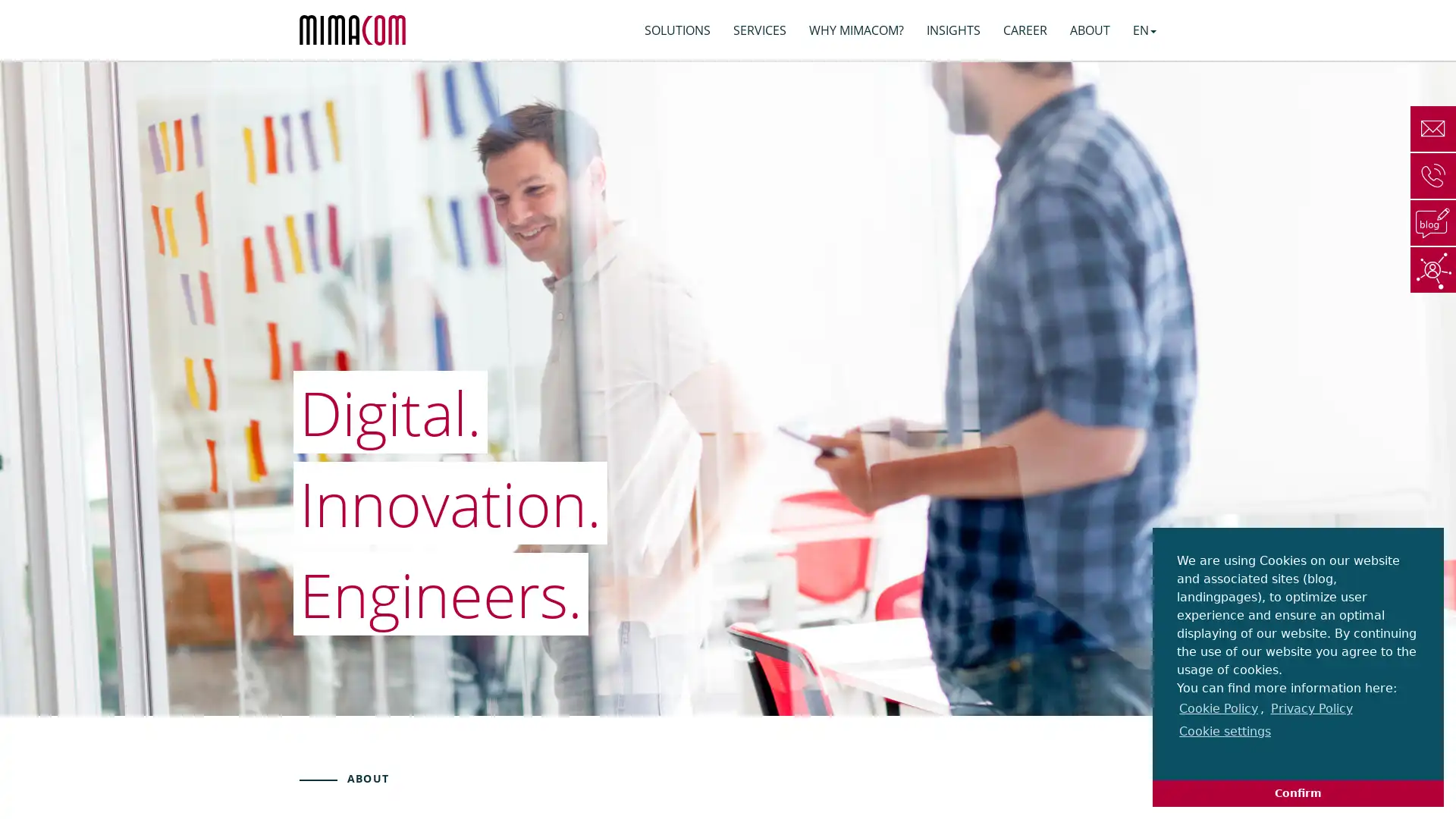 This screenshot has width=1456, height=819. Describe the element at coordinates (1178, 754) in the screenshot. I see `learn more about cookies` at that location.